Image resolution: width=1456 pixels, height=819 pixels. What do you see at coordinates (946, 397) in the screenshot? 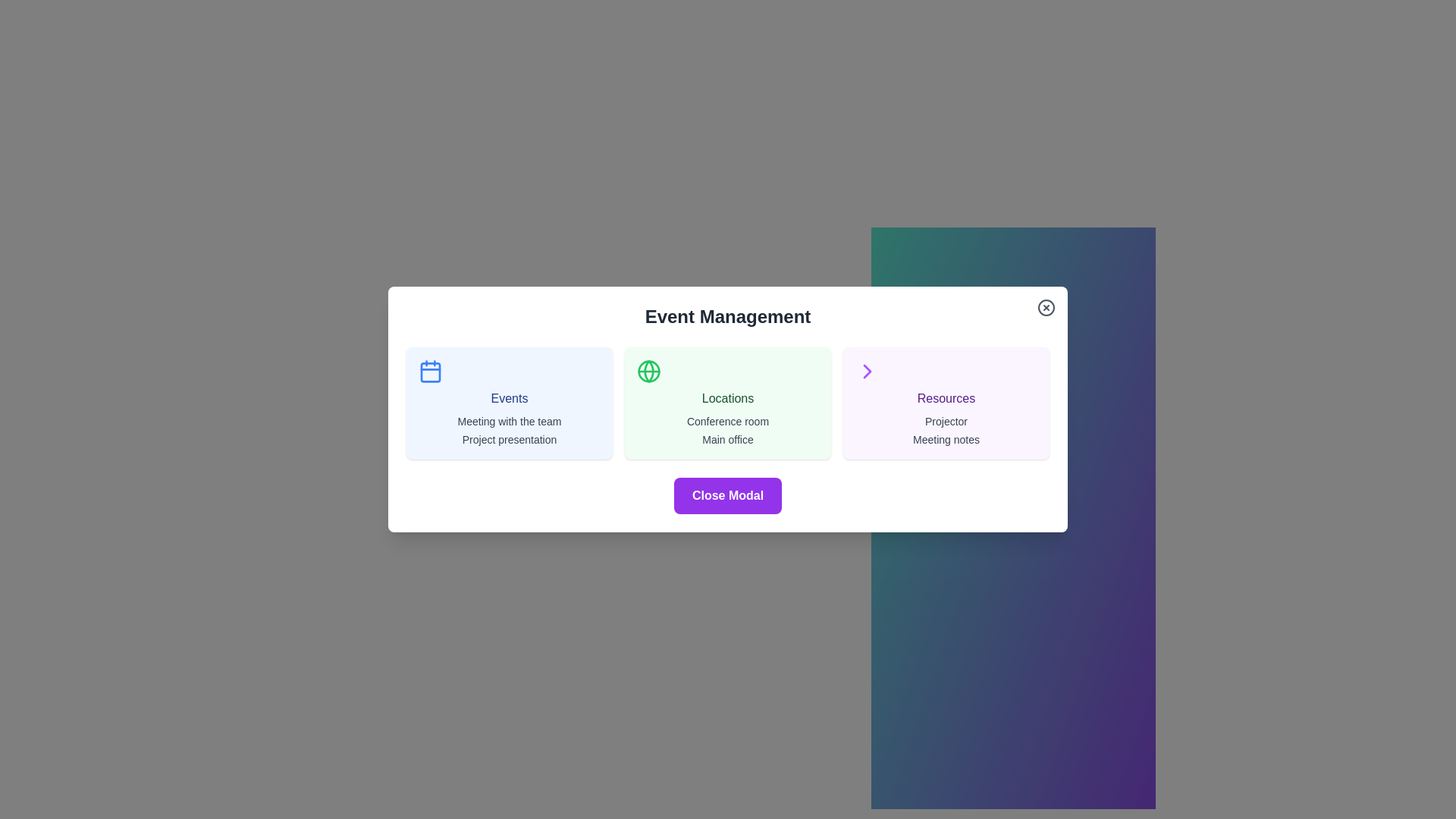
I see `the 'Resources' text label, which serves as a title for the section indicating content related to 'Projector' and 'Meeting notes' in the rightmost card of a three-card layout` at bounding box center [946, 397].